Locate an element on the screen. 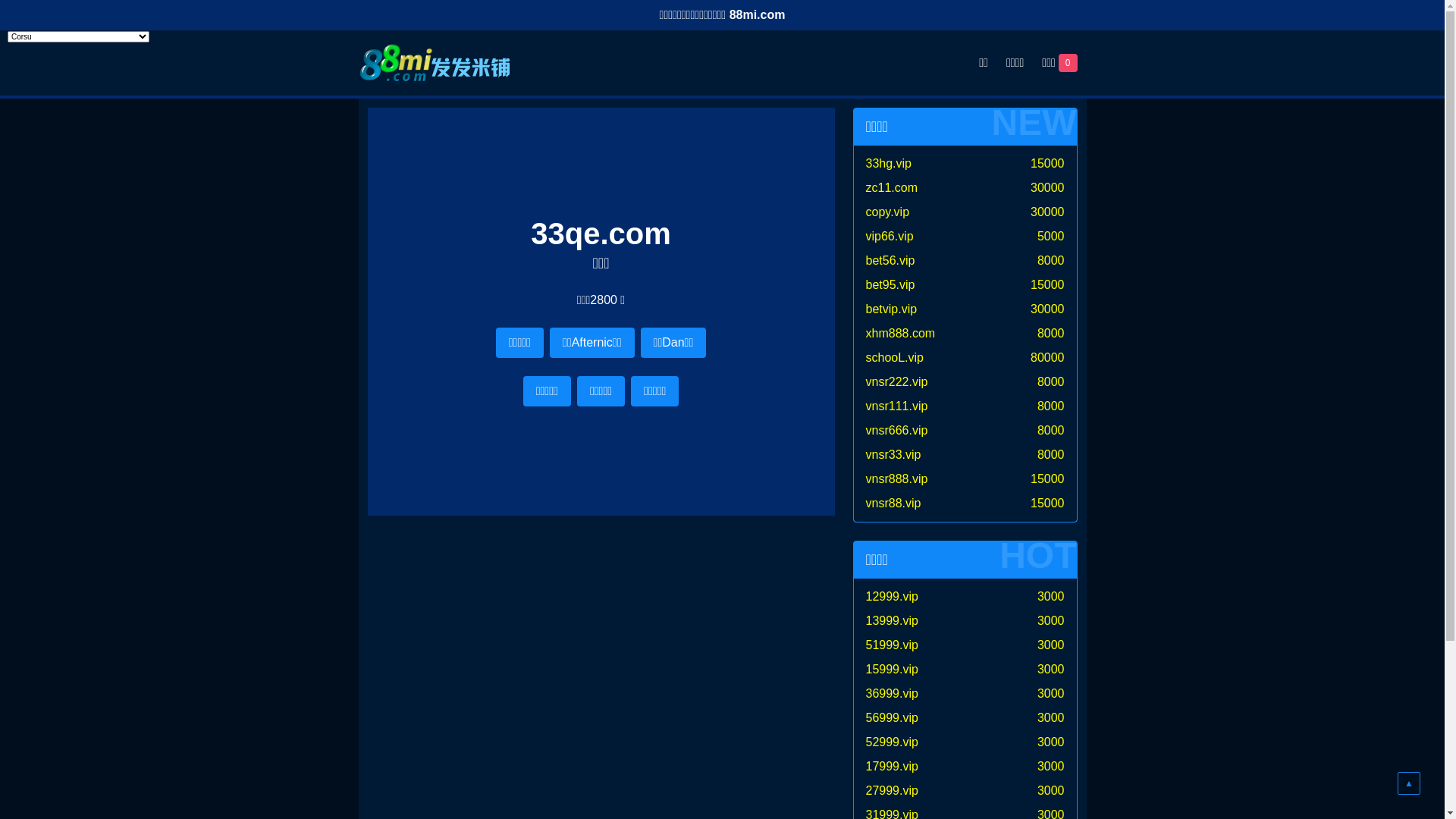  '15999.vip' is located at coordinates (892, 668).